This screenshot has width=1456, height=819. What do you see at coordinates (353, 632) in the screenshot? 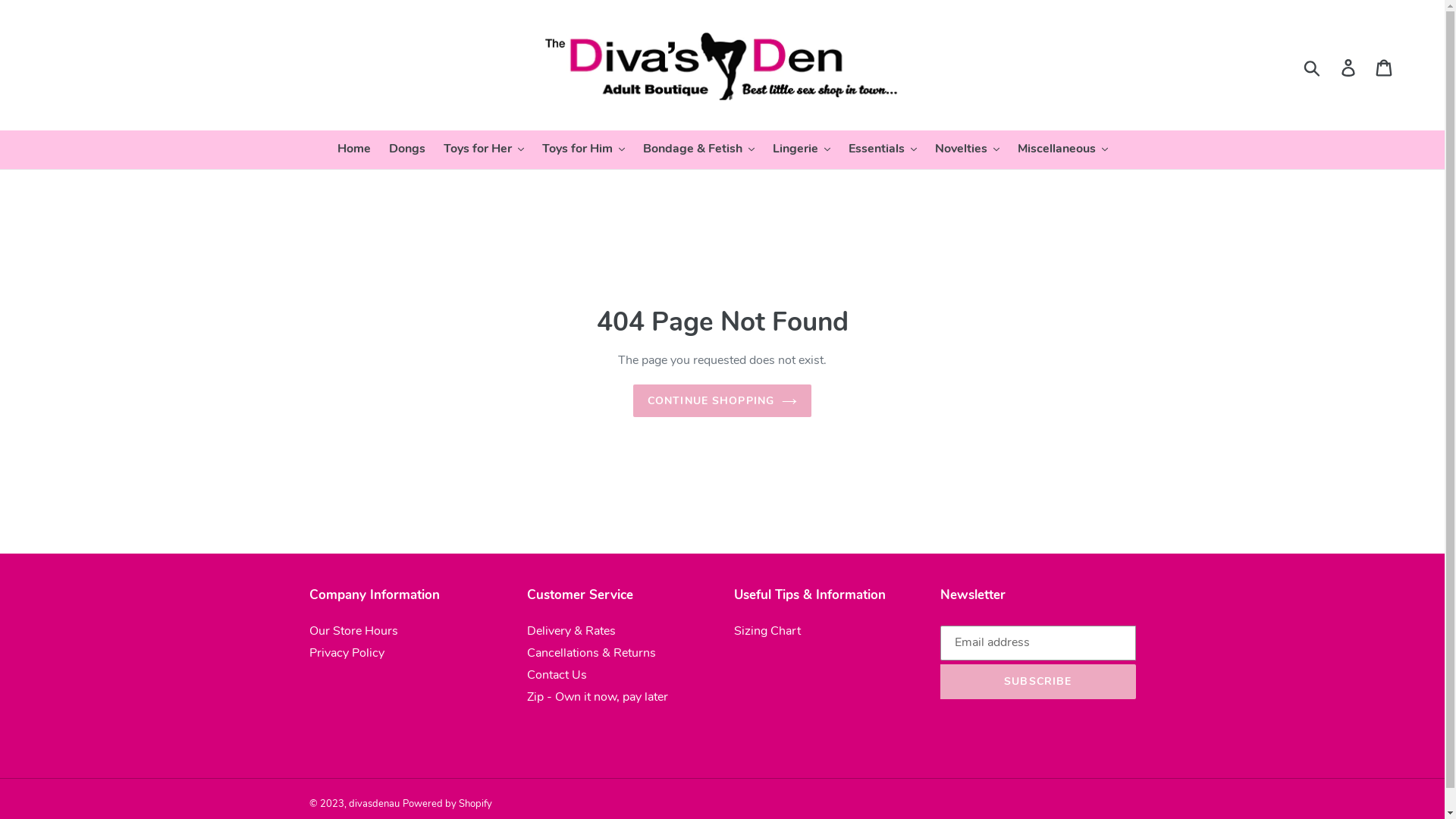
I see `'Our Store Hours'` at bounding box center [353, 632].